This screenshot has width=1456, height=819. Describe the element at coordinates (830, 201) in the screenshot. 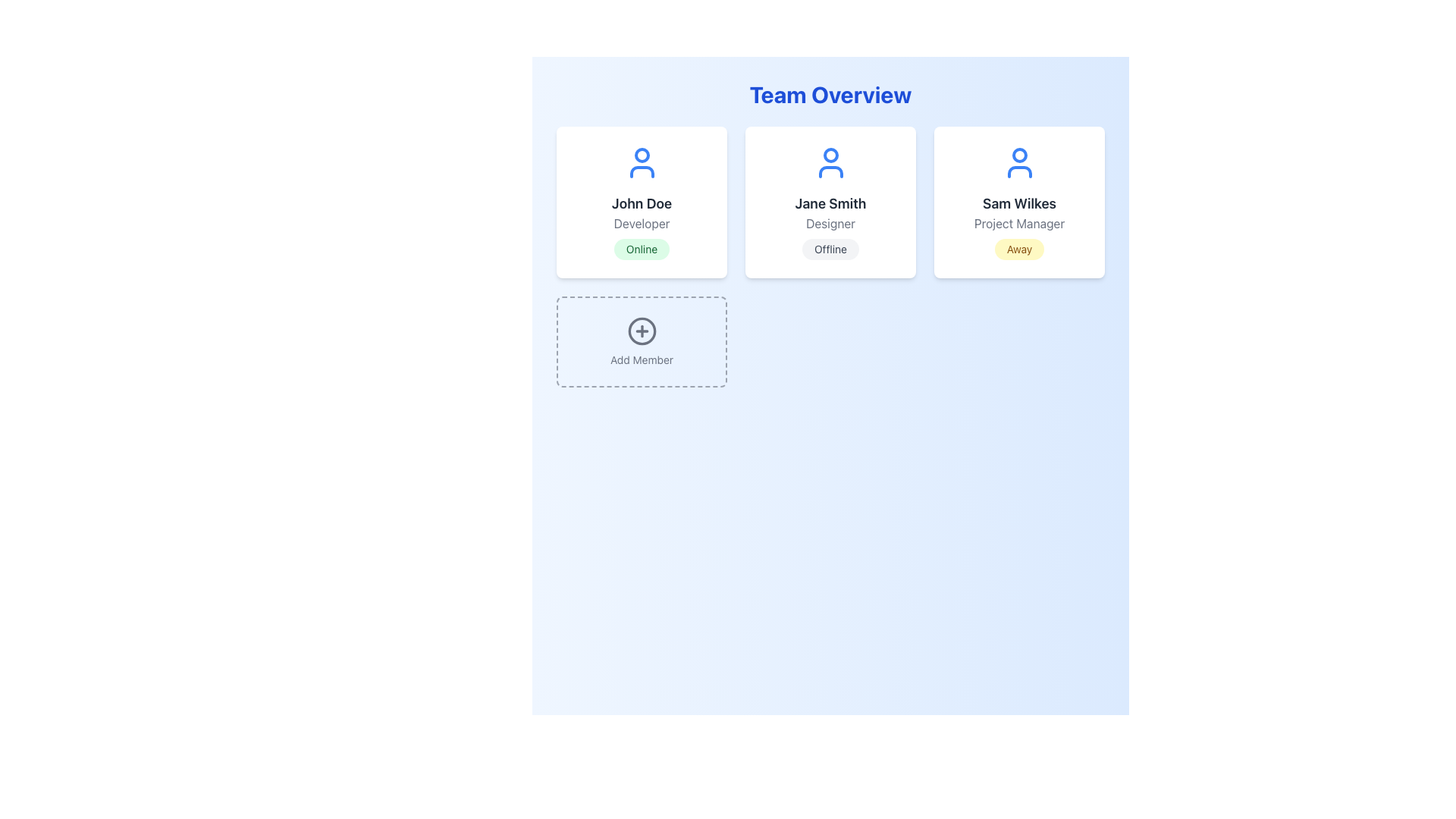

I see `the Profile Card for user 'Jane Smith', which features a blue user icon at the top, bold name 'Jane Smith', subtitle 'Designer', and a pill-shaped status indicator reading 'Offline'` at that location.